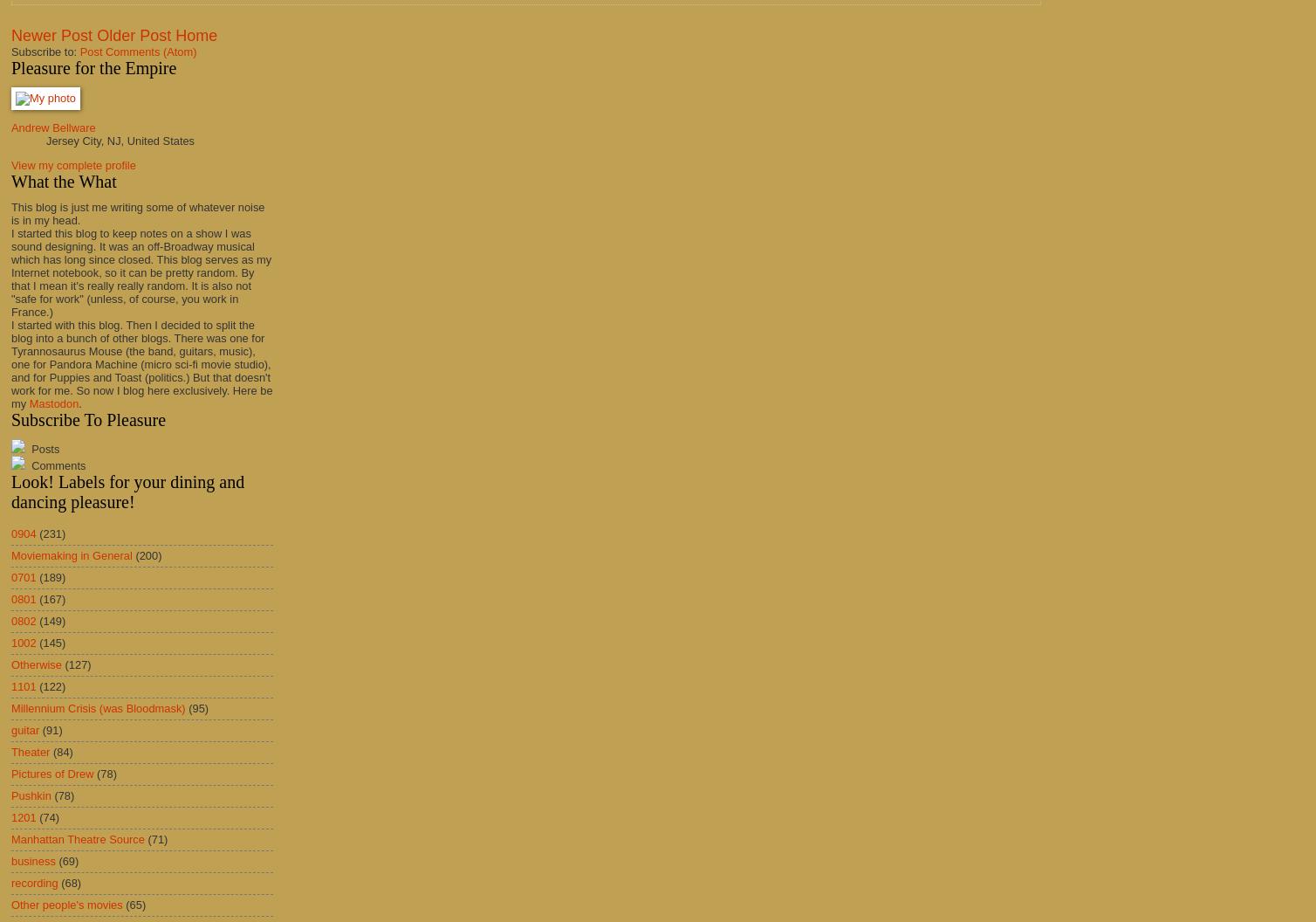 The height and width of the screenshot is (922, 1316). Describe the element at coordinates (56, 464) in the screenshot. I see `'Comments'` at that location.